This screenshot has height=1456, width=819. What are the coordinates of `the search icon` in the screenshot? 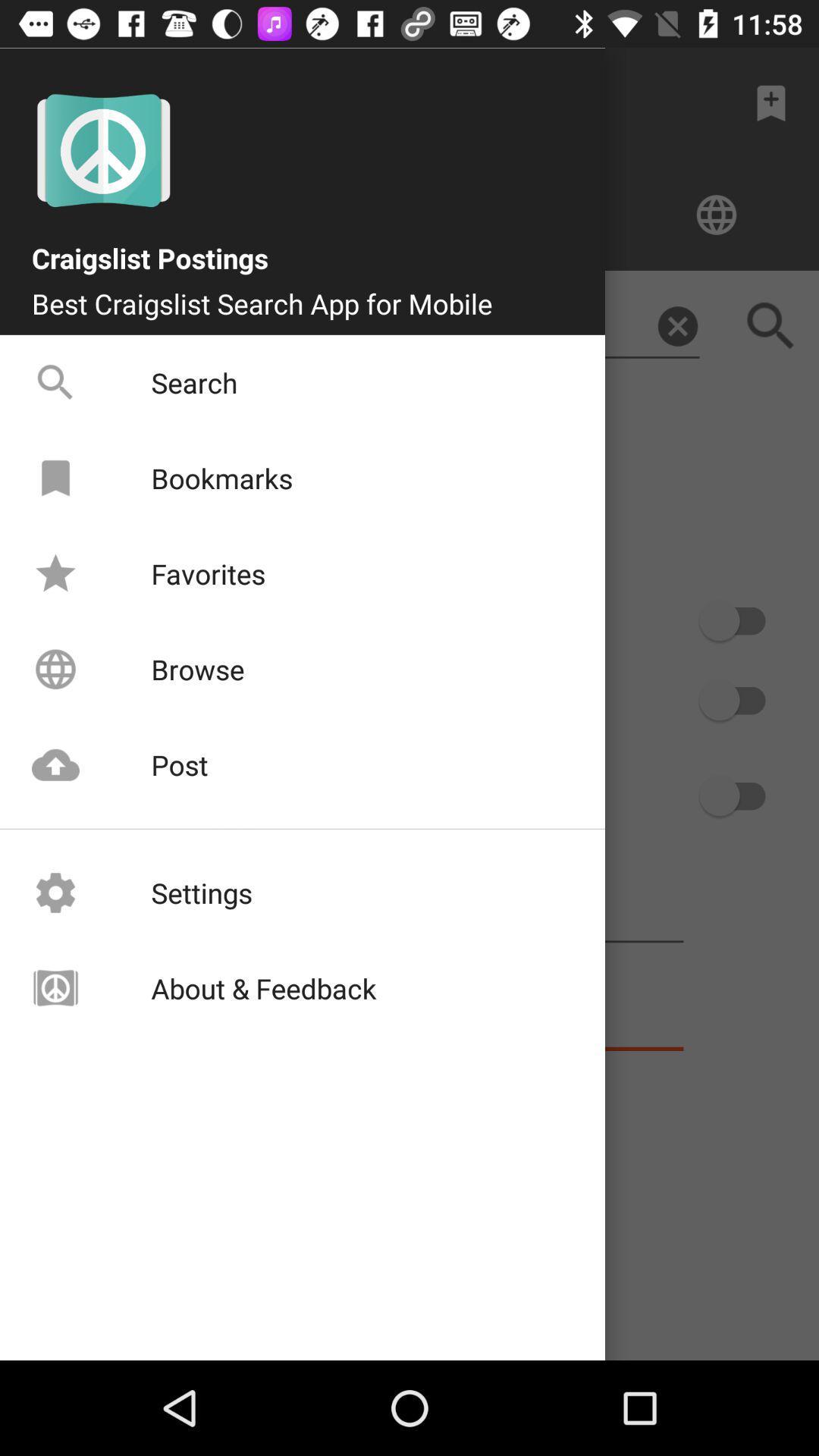 It's located at (771, 325).